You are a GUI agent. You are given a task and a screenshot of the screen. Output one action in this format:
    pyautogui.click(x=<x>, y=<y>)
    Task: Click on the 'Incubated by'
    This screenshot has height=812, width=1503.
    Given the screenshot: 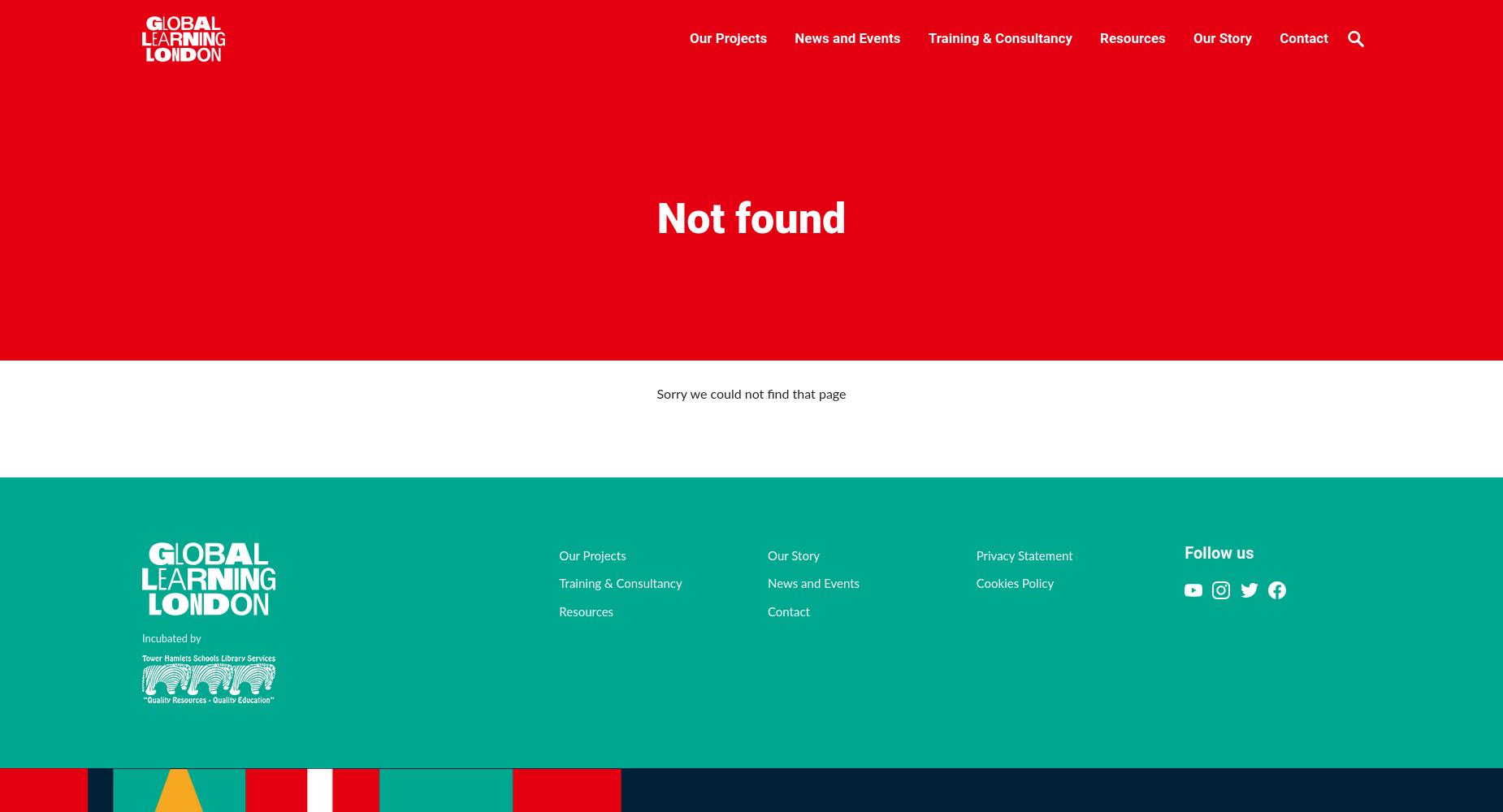 What is the action you would take?
    pyautogui.click(x=171, y=638)
    